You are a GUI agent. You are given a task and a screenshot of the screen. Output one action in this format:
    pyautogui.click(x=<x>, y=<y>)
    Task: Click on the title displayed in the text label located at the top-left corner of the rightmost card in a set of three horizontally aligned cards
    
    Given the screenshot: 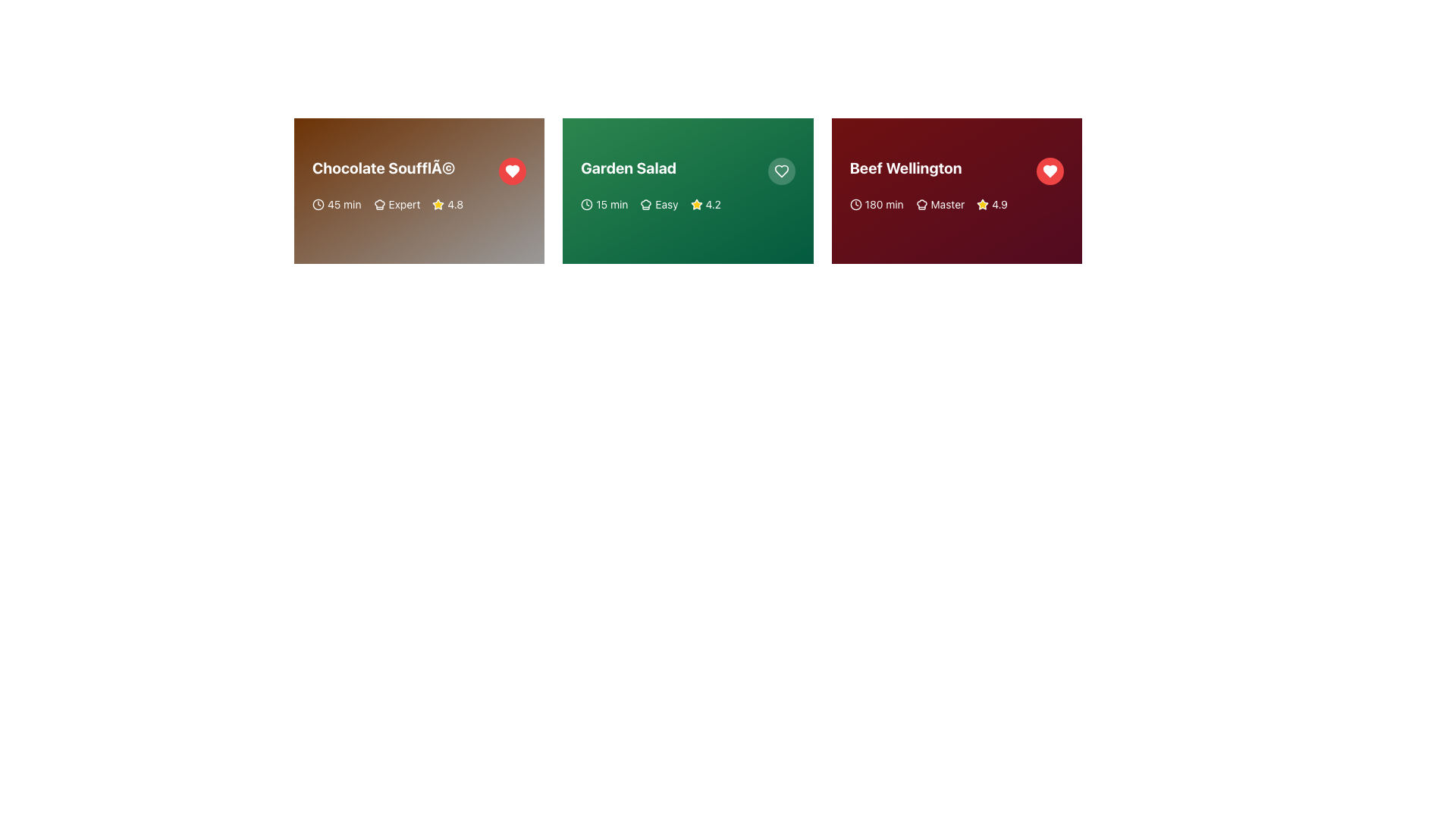 What is the action you would take?
    pyautogui.click(x=905, y=168)
    